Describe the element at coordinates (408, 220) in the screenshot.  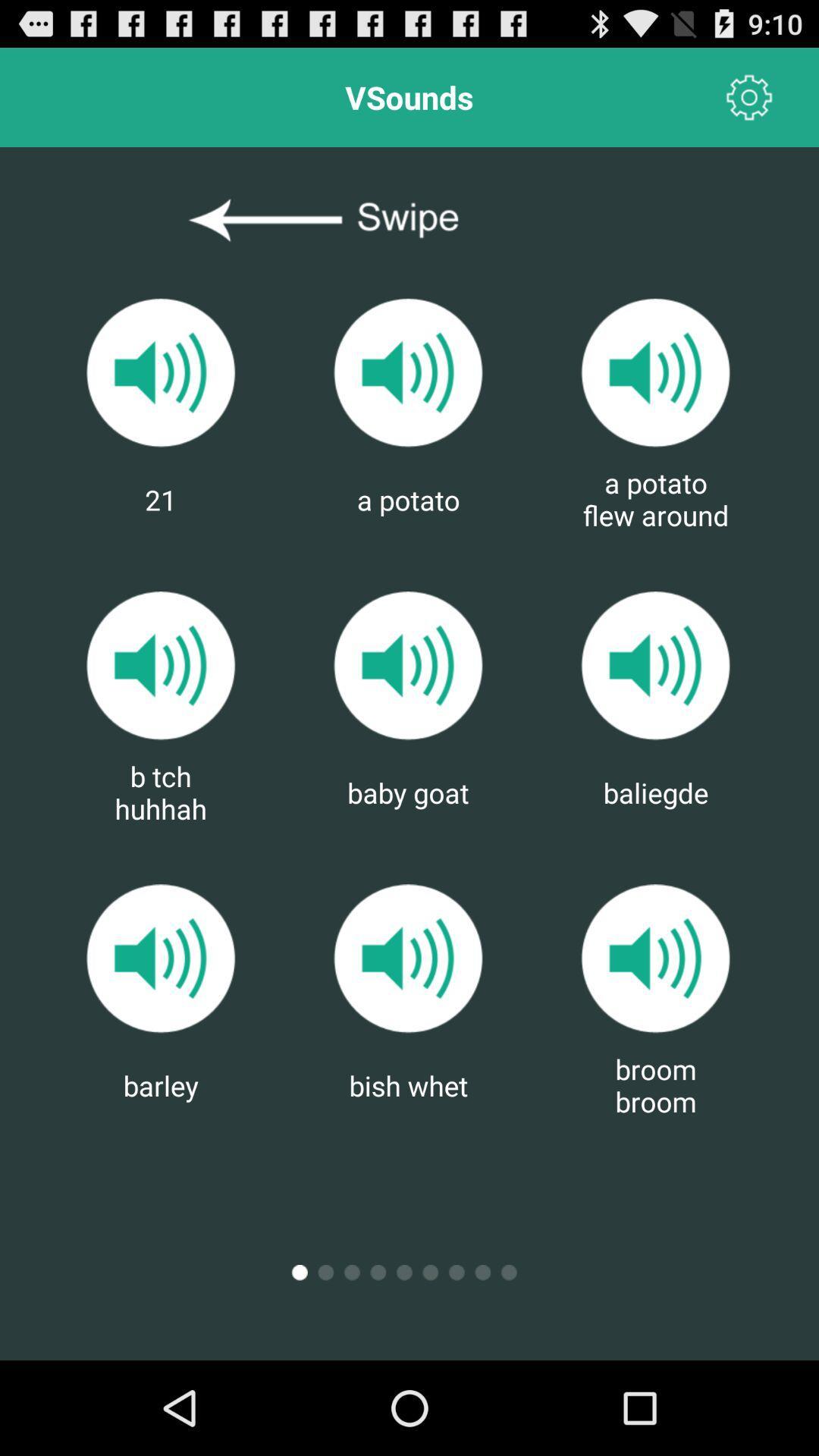
I see `the item below vsounds icon` at that location.